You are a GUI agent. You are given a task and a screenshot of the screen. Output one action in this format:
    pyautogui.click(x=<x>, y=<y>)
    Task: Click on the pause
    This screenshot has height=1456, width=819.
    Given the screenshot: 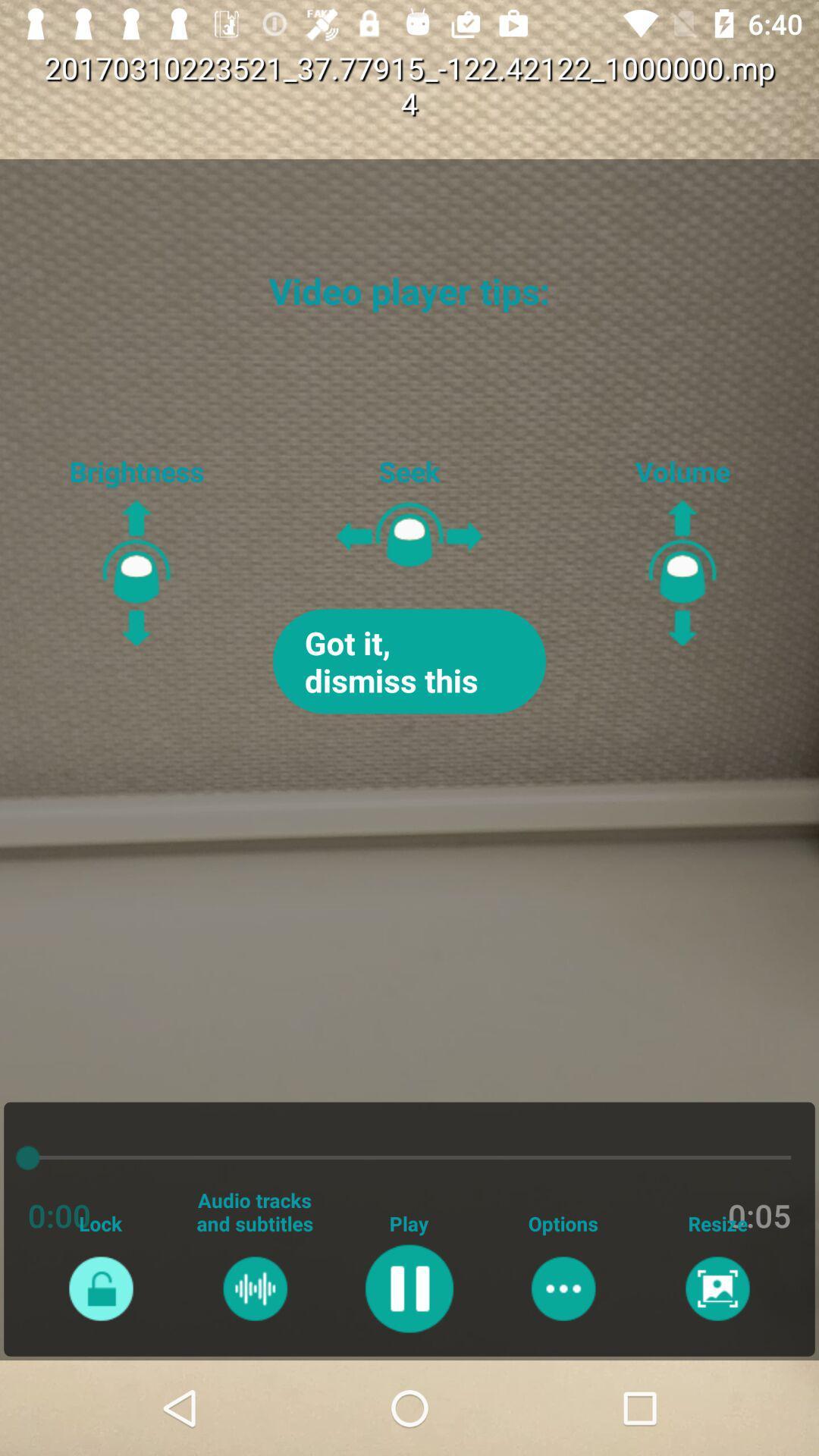 What is the action you would take?
    pyautogui.click(x=408, y=1288)
    